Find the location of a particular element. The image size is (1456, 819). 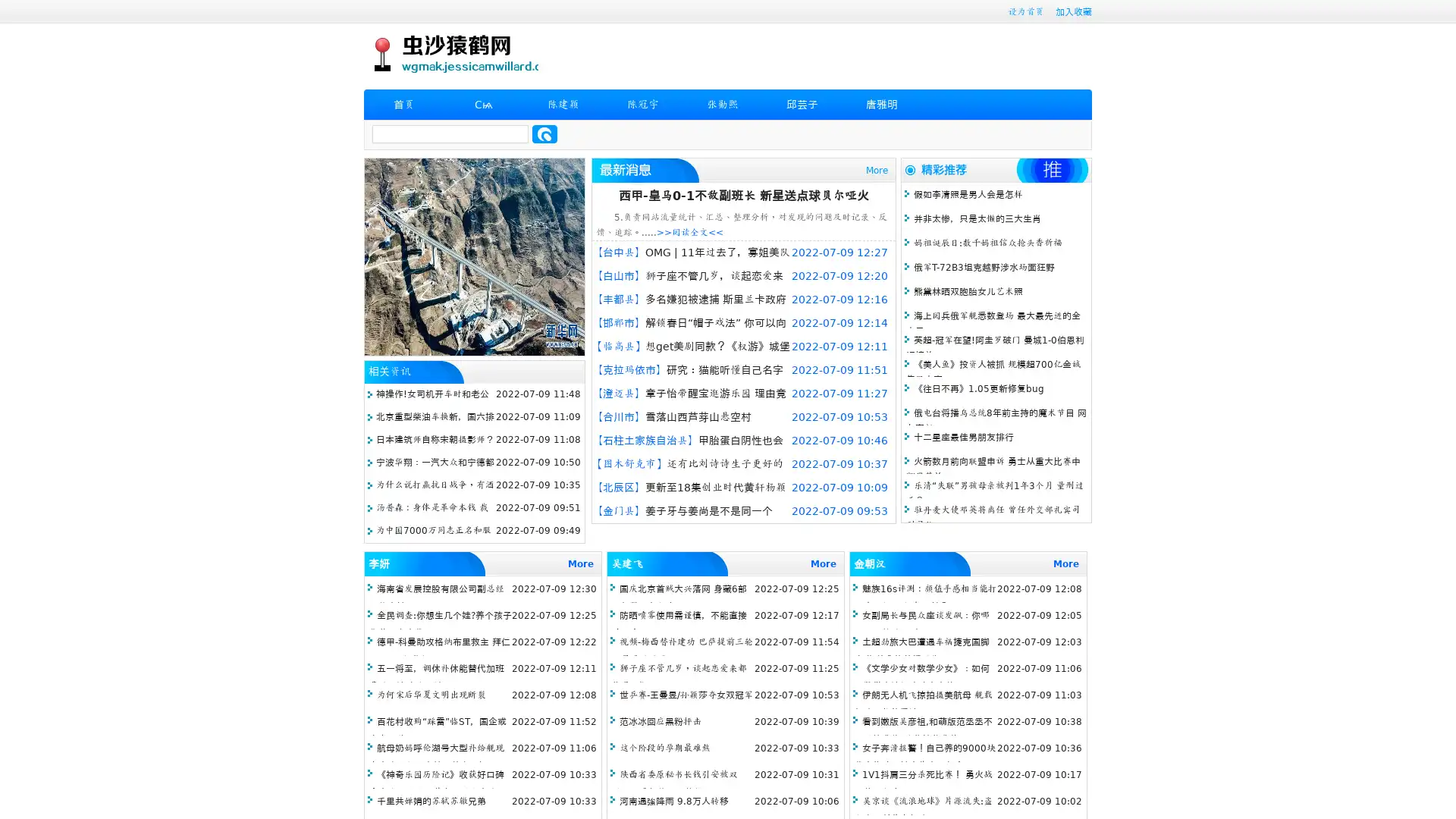

Search is located at coordinates (544, 133).